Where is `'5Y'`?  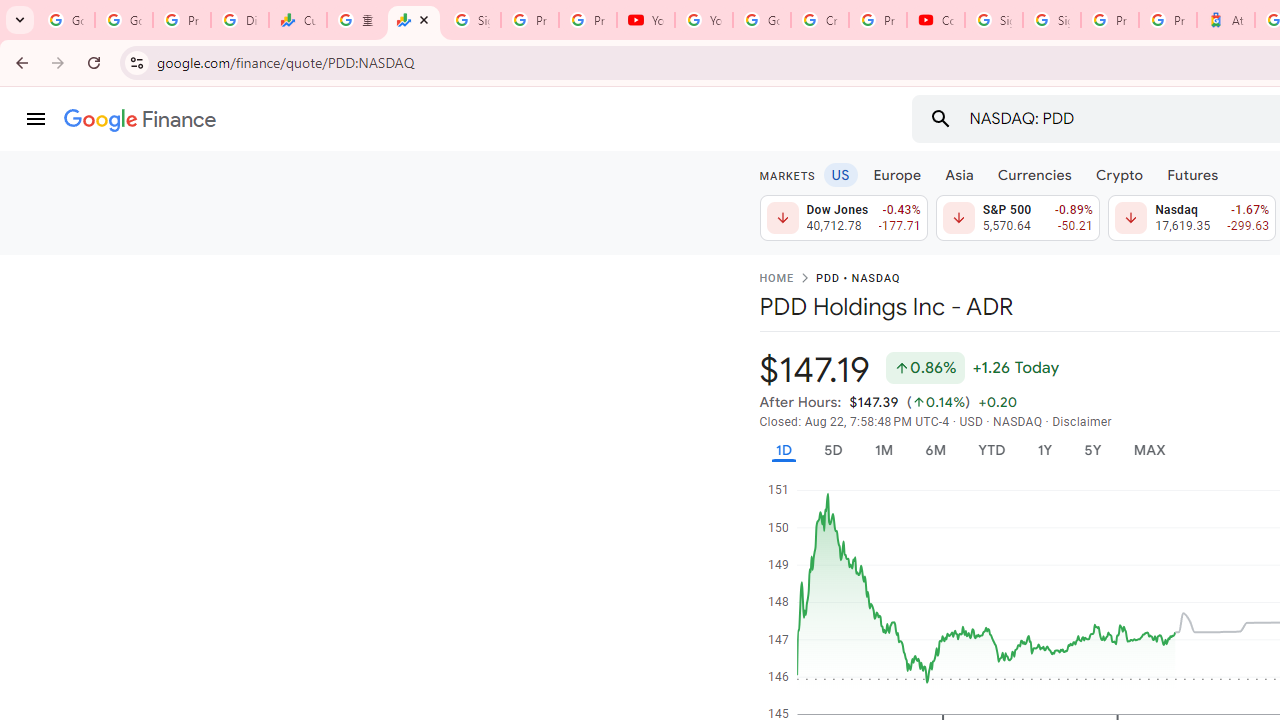
'5Y' is located at coordinates (1091, 450).